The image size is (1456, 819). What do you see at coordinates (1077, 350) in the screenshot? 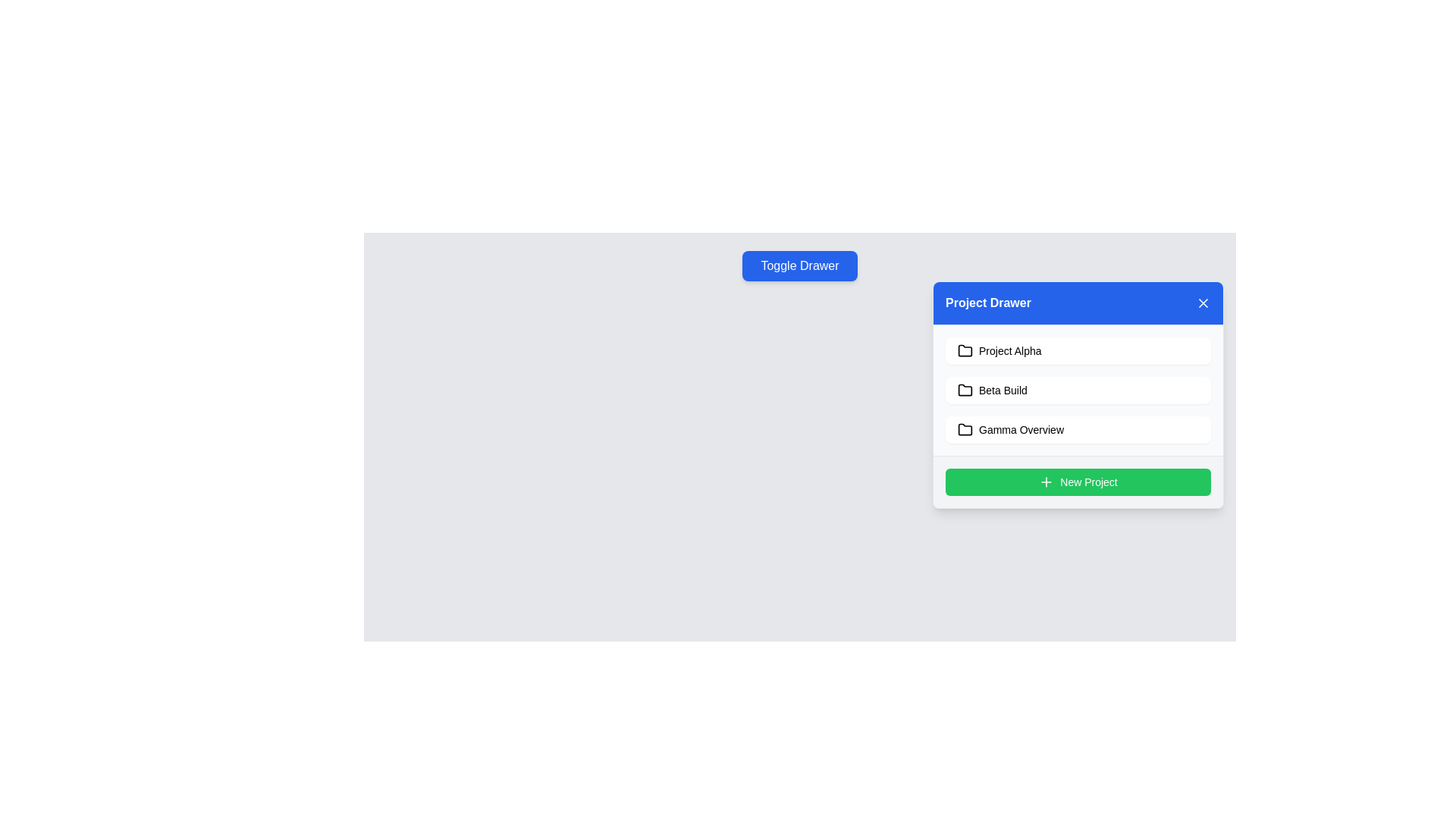
I see `the selectable project item button labeled 'Project Alpha'` at bounding box center [1077, 350].